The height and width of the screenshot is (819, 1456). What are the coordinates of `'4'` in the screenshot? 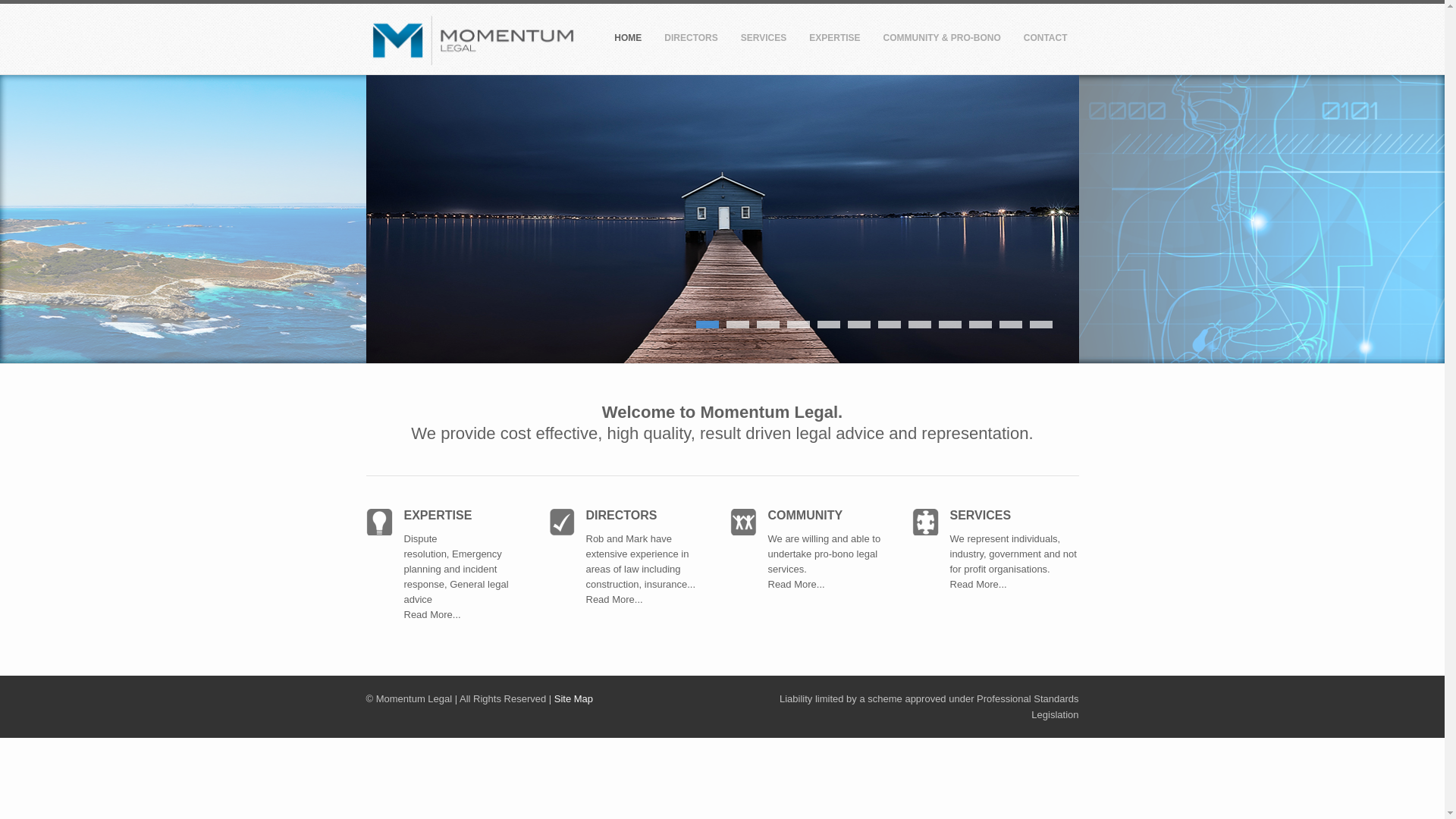 It's located at (786, 324).